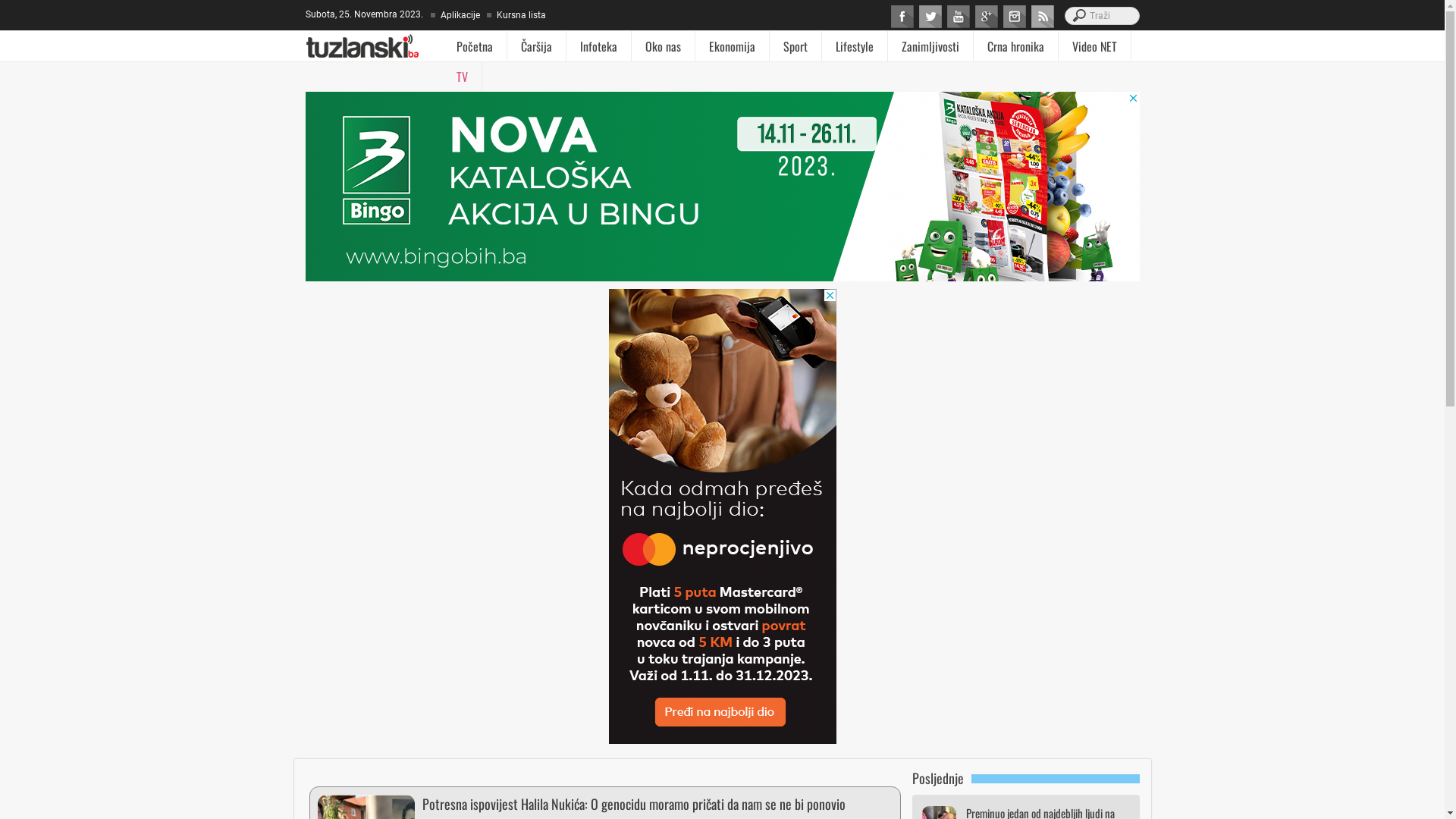 This screenshot has width=1456, height=819. I want to click on 'Lifestyle', so click(855, 45).